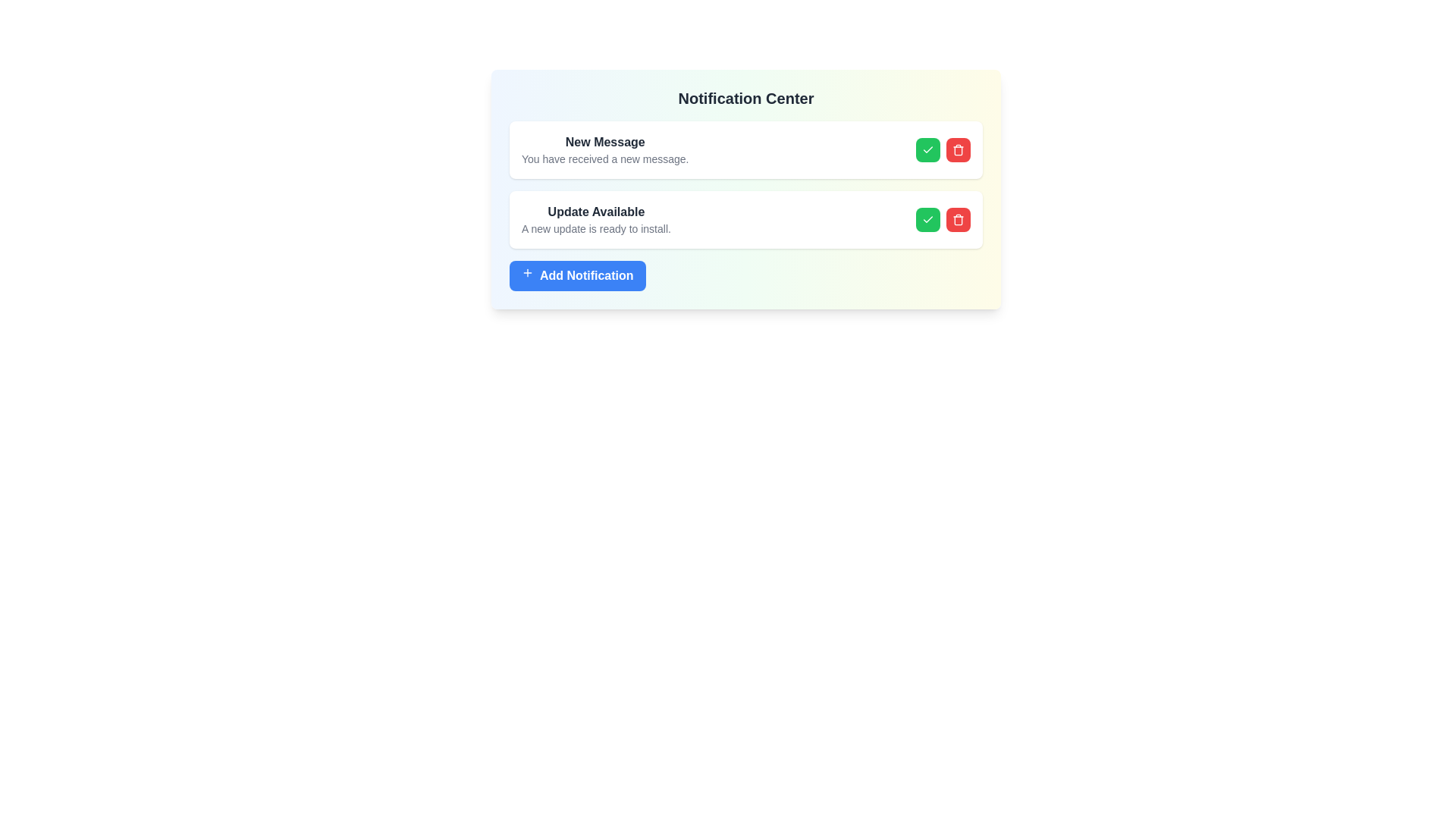 The height and width of the screenshot is (819, 1456). I want to click on the green button with a white checkmark icon to confirm or acknowledge the notification, located on the second row of the notification list, so click(927, 219).